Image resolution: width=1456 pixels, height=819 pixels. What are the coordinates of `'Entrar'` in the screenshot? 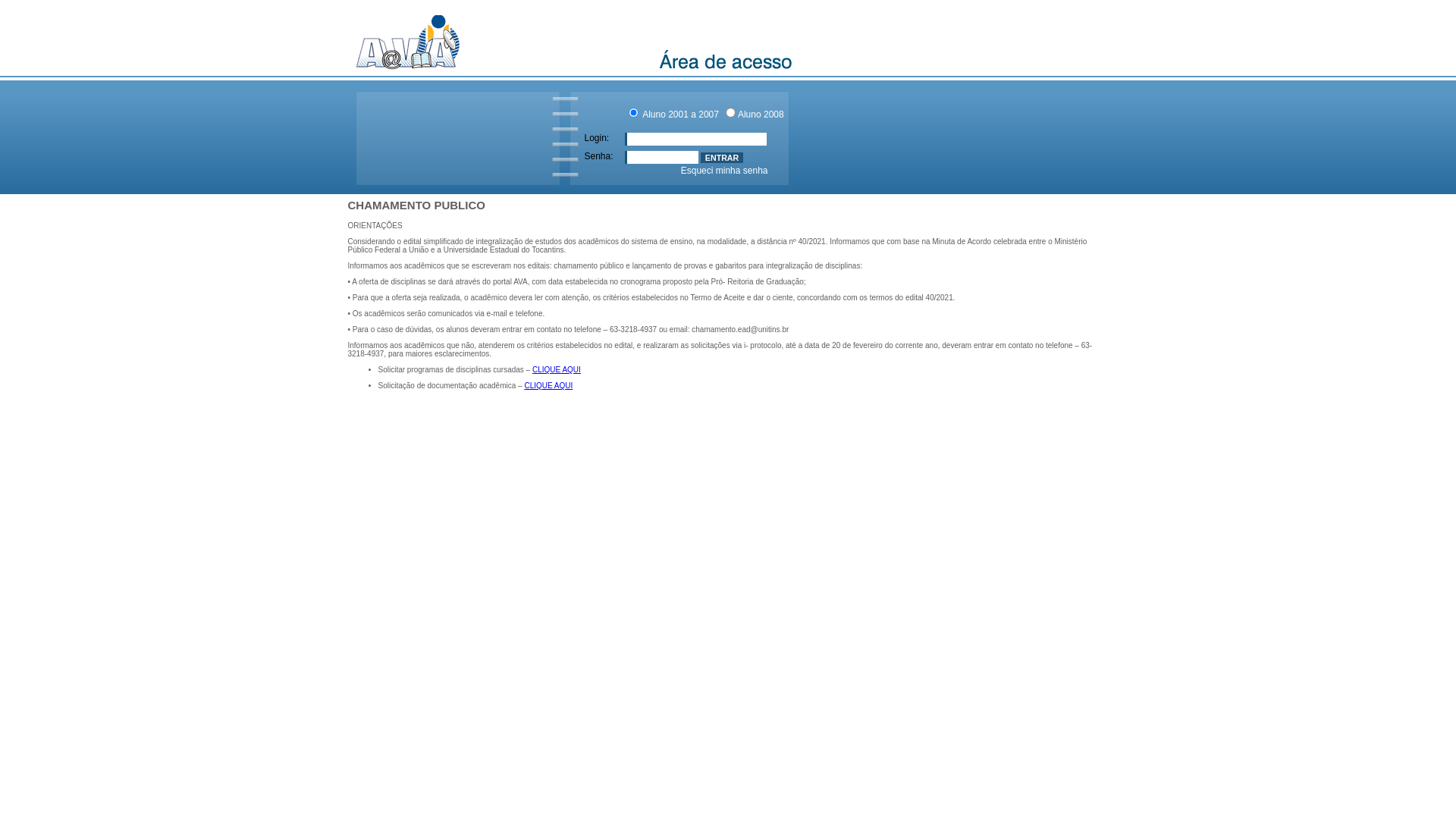 It's located at (720, 158).